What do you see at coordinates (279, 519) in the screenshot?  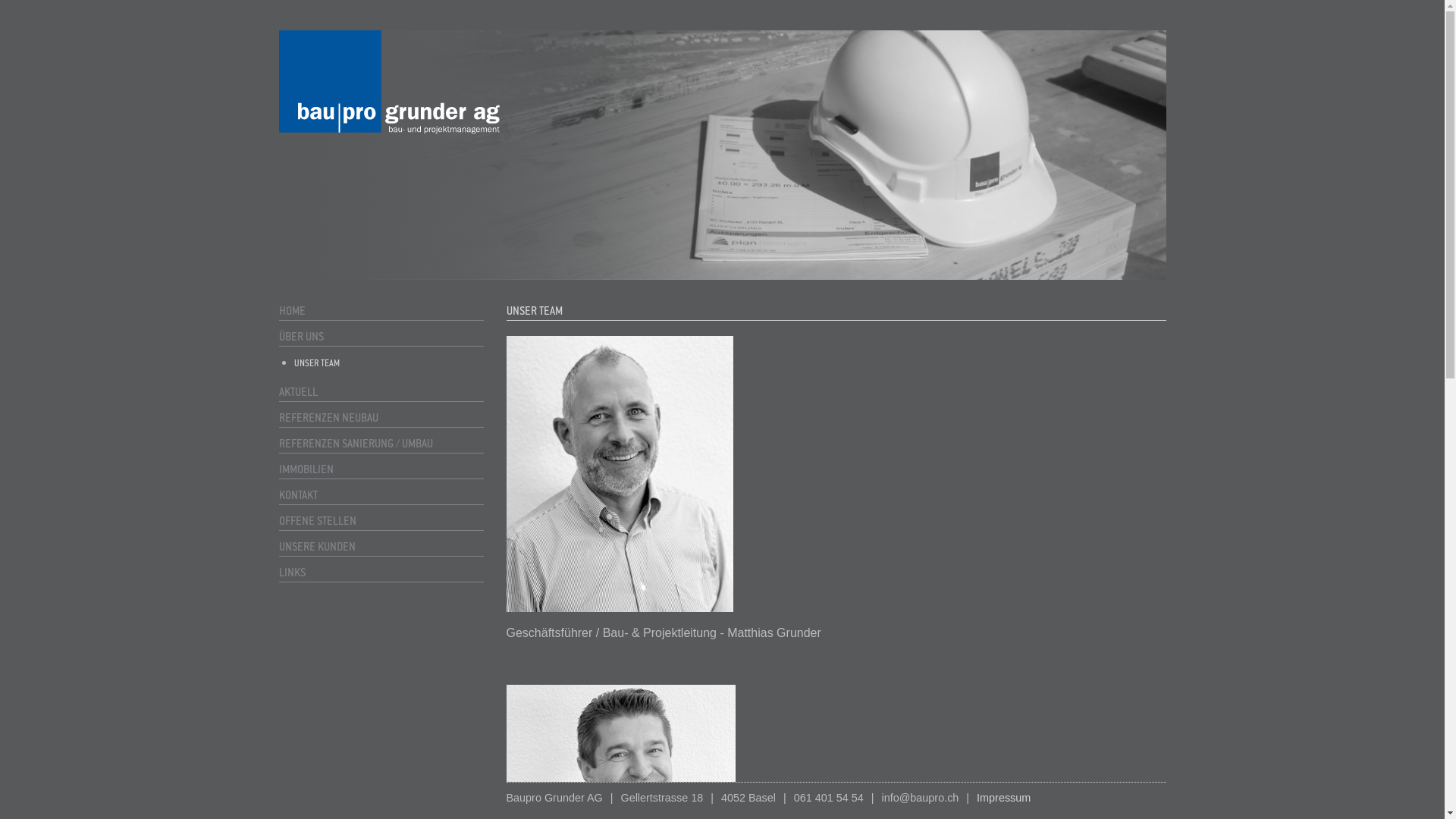 I see `'OFFENE STELLEN'` at bounding box center [279, 519].